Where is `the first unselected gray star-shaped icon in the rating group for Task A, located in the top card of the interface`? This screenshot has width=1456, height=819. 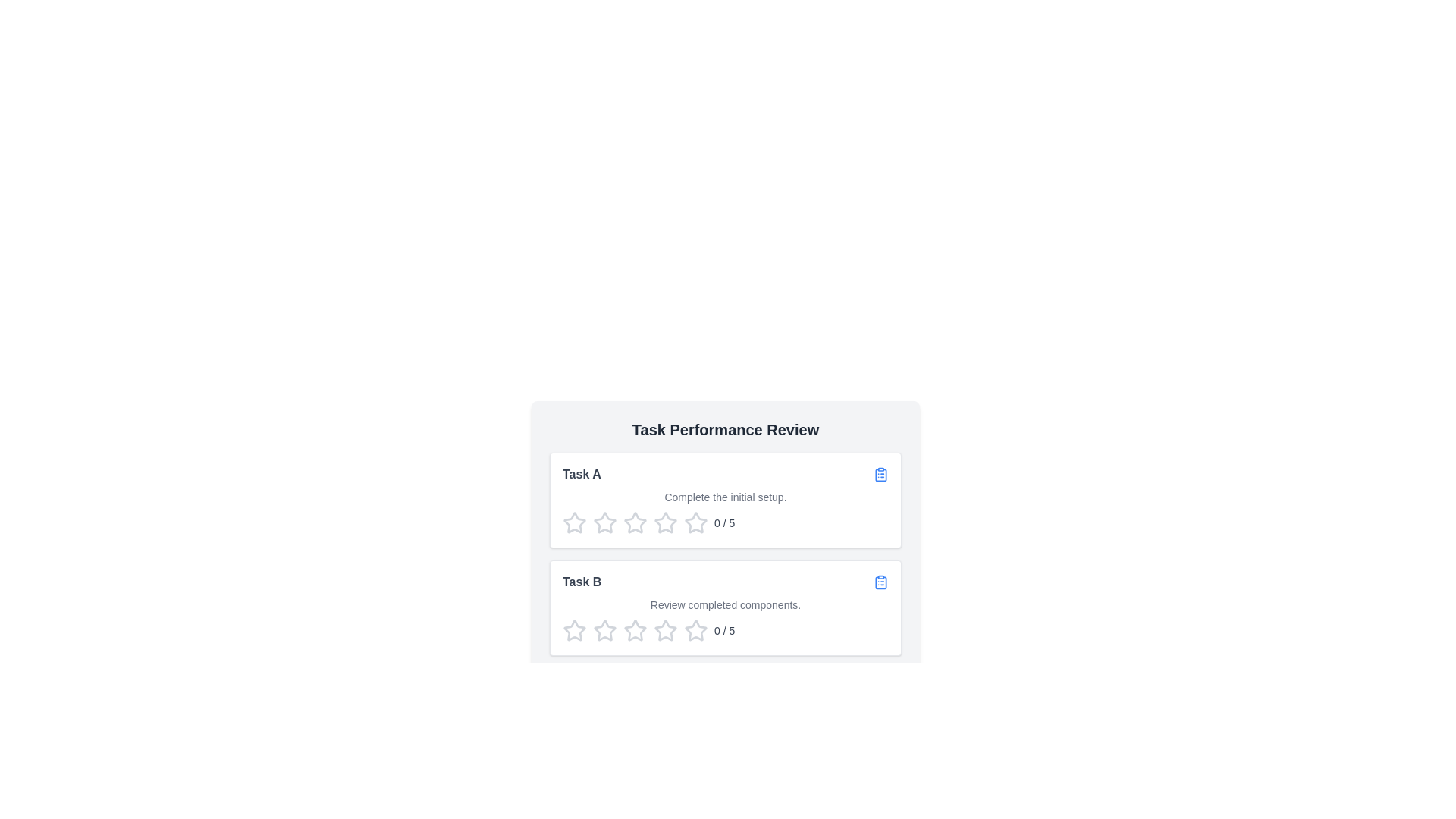
the first unselected gray star-shaped icon in the rating group for Task A, located in the top card of the interface is located at coordinates (574, 522).